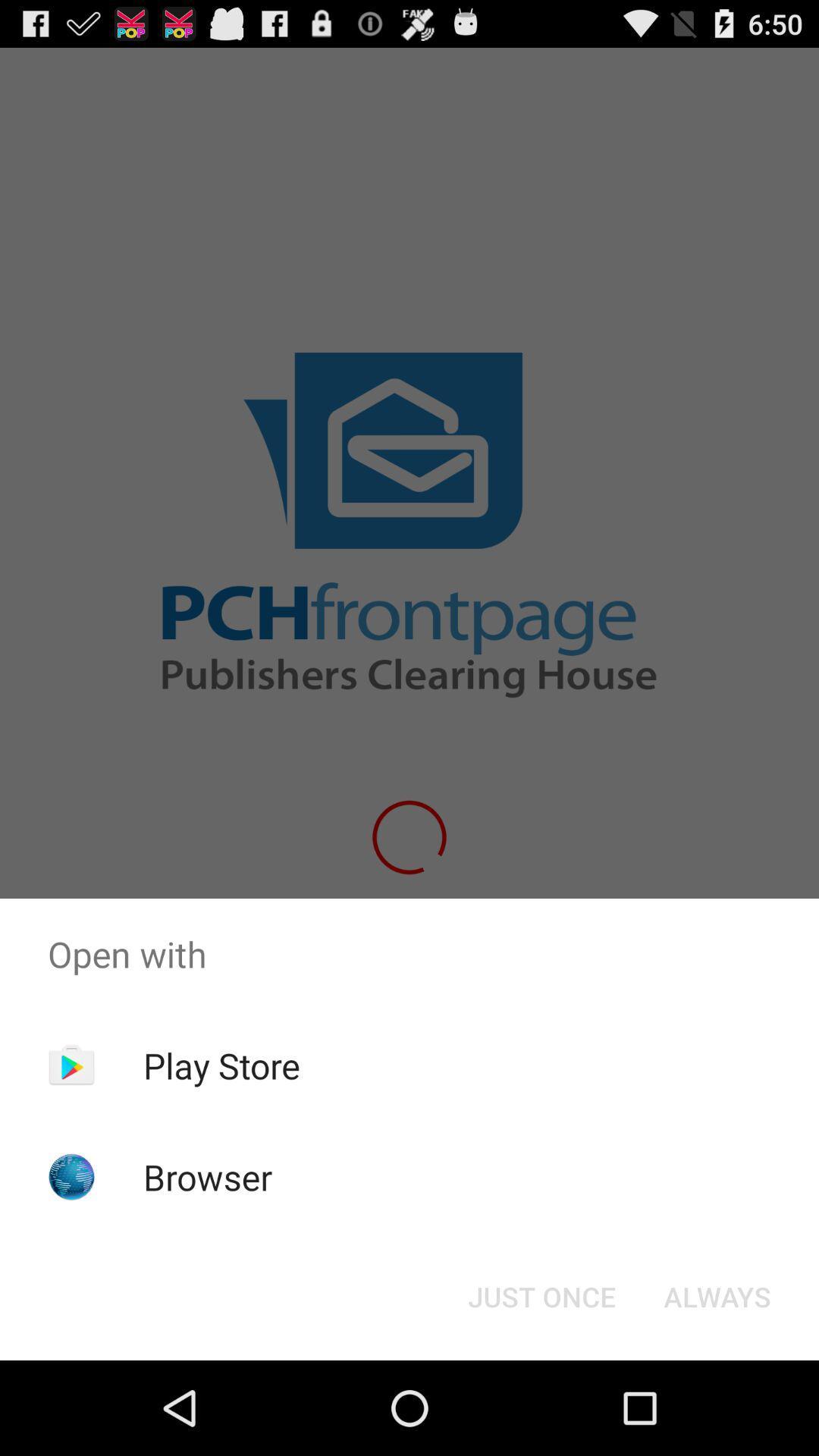 The image size is (819, 1456). What do you see at coordinates (717, 1295) in the screenshot?
I see `the item below the open with item` at bounding box center [717, 1295].